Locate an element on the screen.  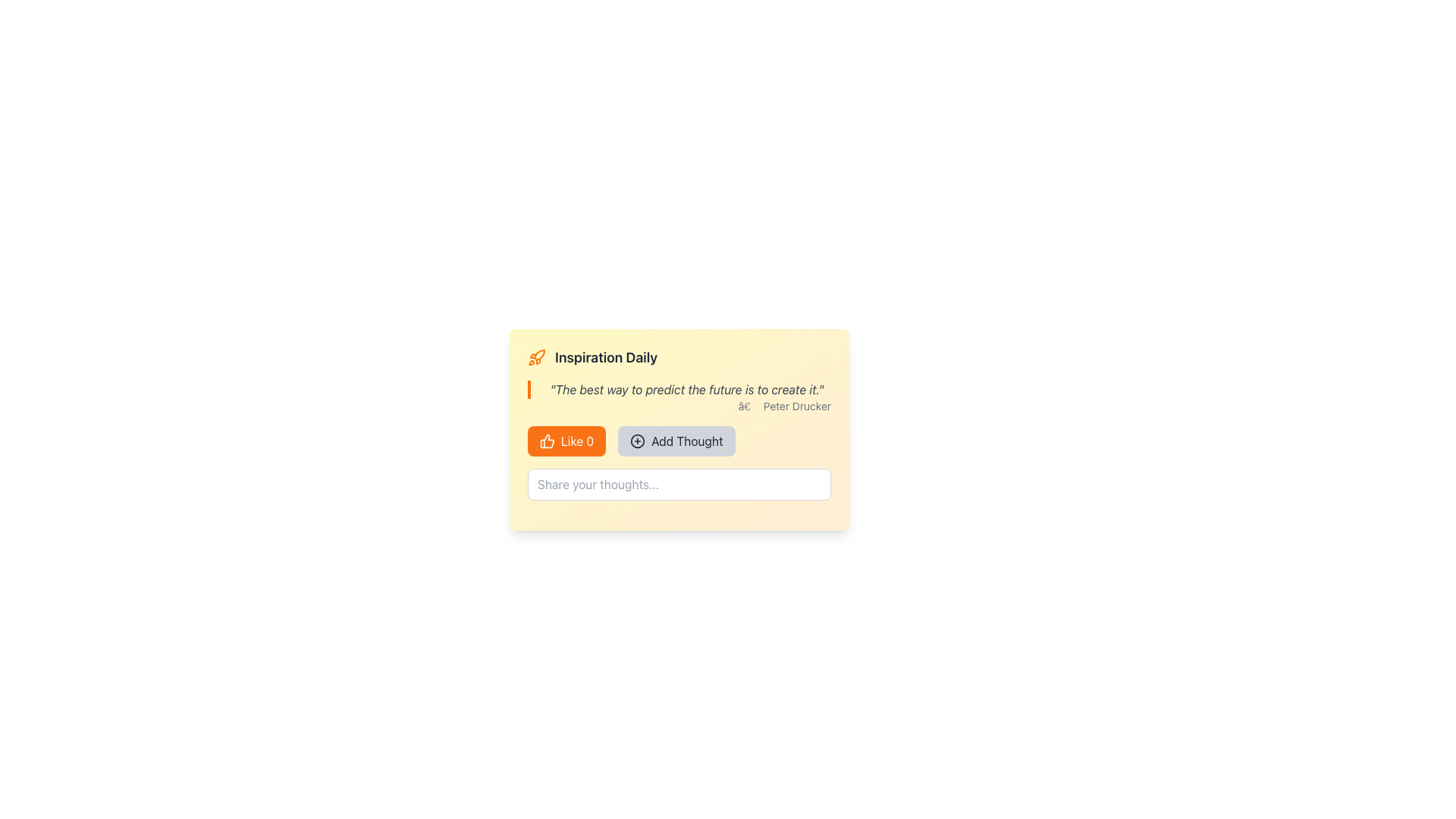
the italic text block that contains the quote 'The best way to predict the future is to create it.', which is bordered on the left with an orange line and located below the text 'Inspiration Daily' is located at coordinates (679, 388).